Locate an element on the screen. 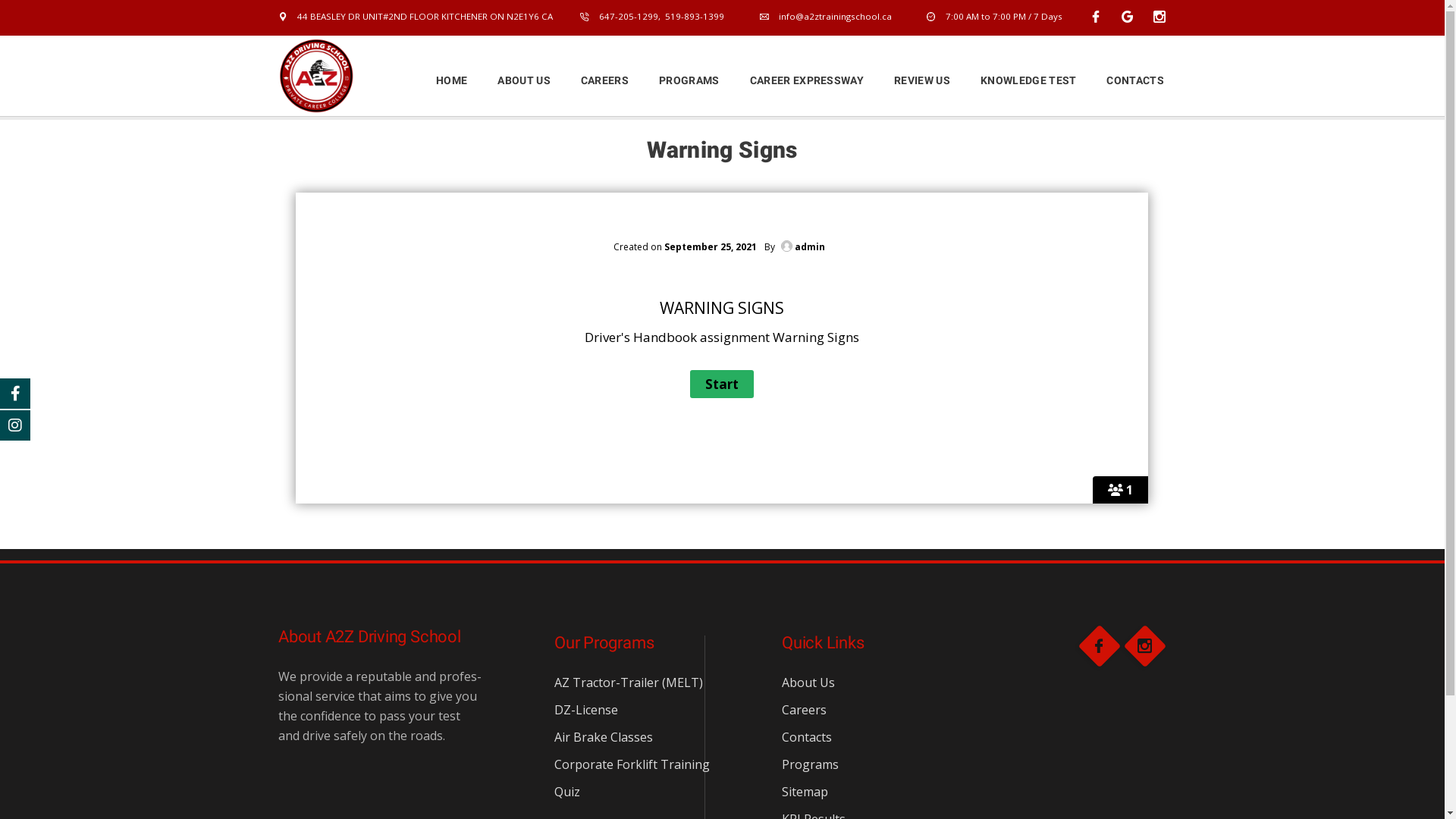 Image resolution: width=1456 pixels, height=819 pixels. 'Air Brake Classes' is located at coordinates (603, 736).